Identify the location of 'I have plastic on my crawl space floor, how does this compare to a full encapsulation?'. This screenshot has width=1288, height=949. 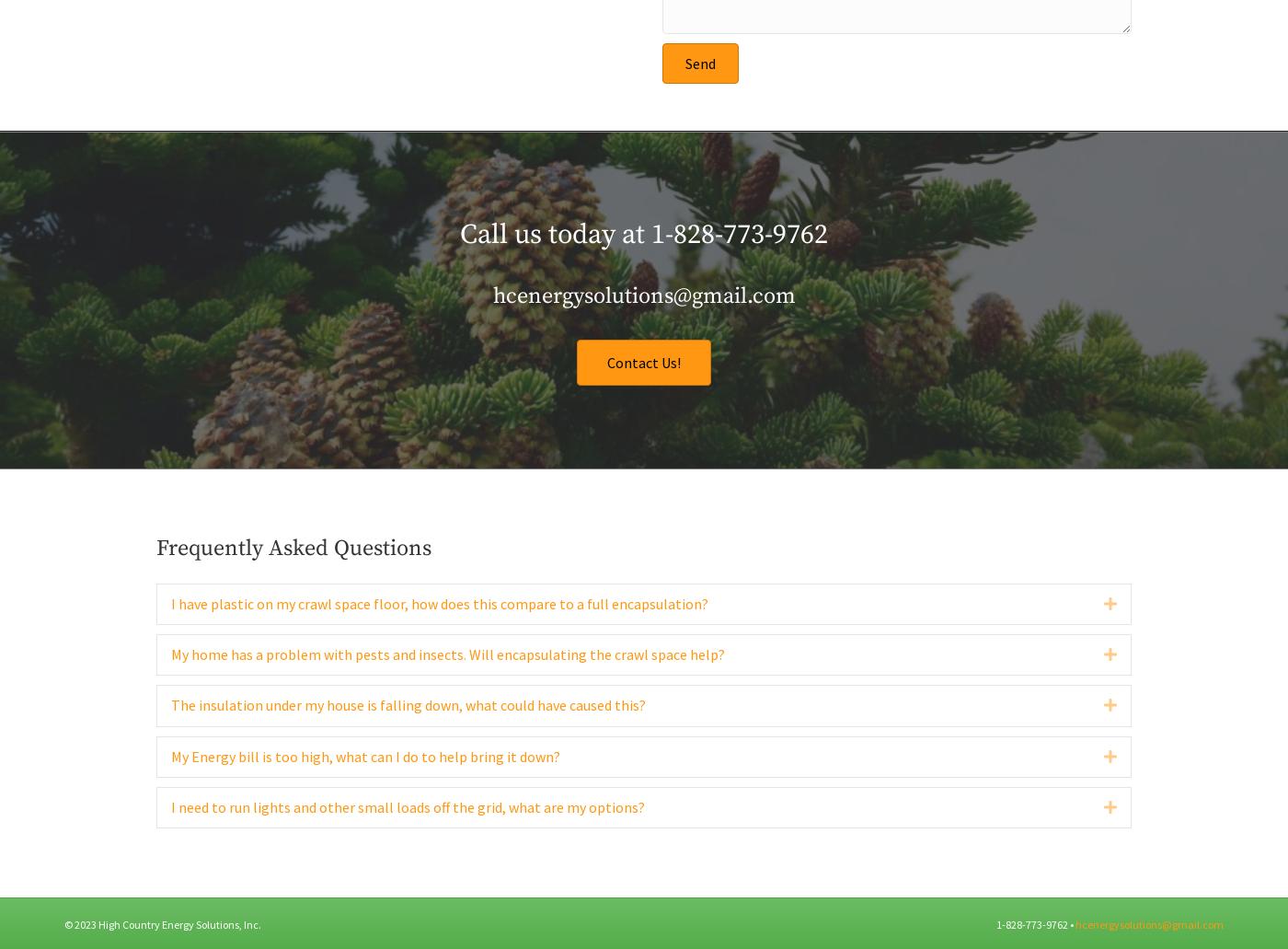
(171, 642).